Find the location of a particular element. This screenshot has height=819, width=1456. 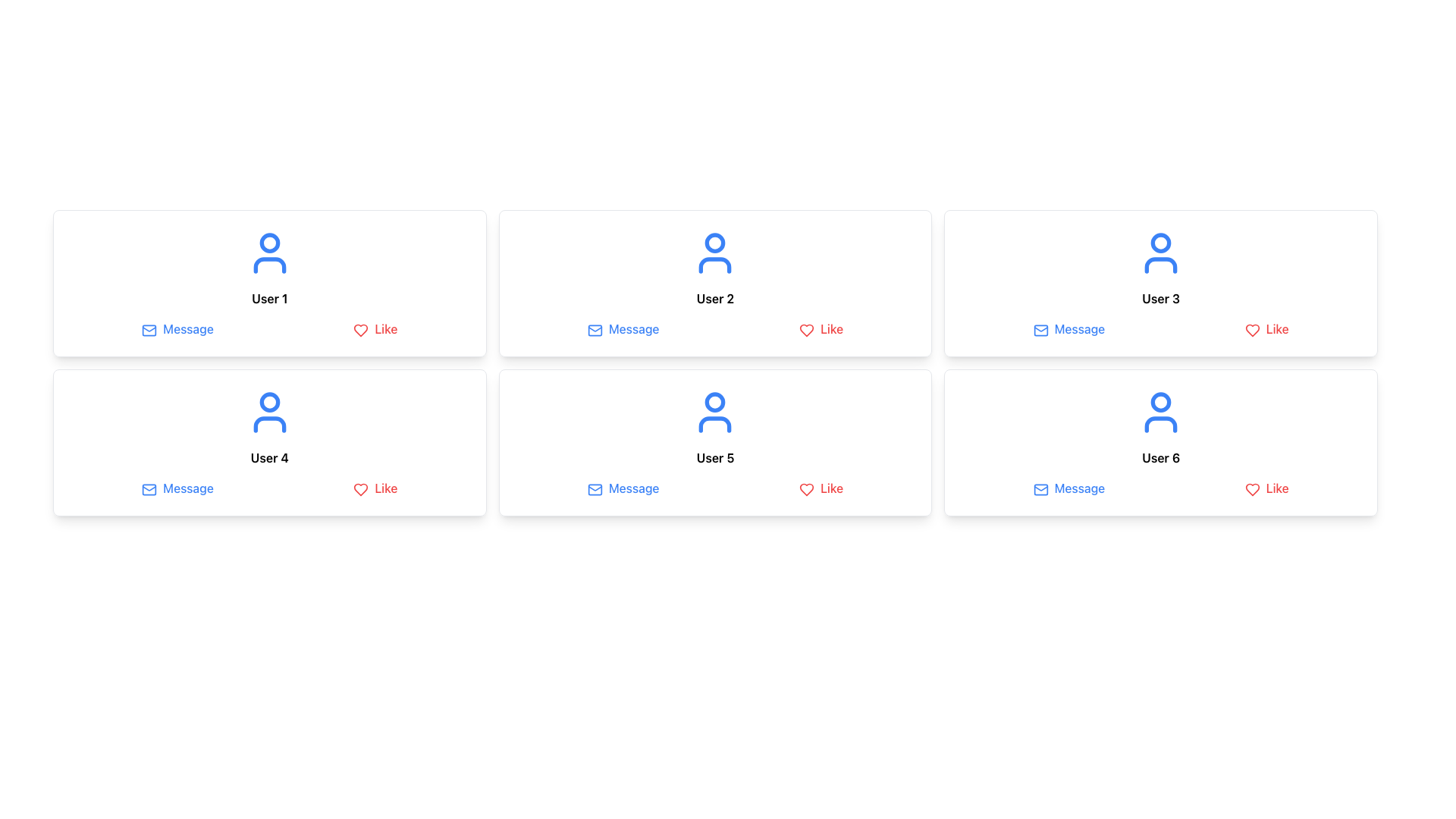

the red heart icon that resembles a favorite button located beside the 'Like' label in the user card of 'User 1' is located at coordinates (360, 329).